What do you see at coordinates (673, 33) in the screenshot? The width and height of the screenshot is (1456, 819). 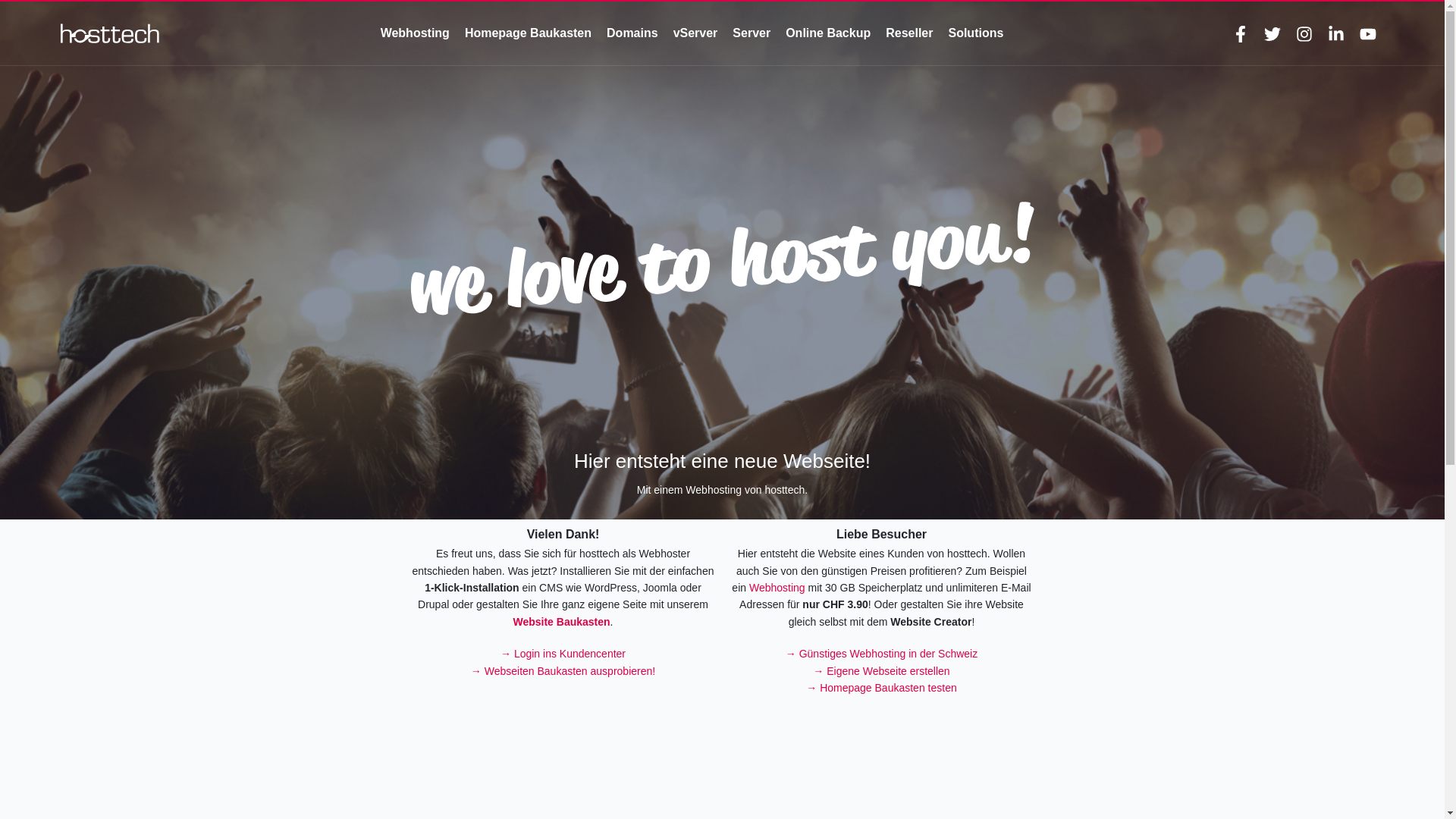 I see `'vServer'` at bounding box center [673, 33].